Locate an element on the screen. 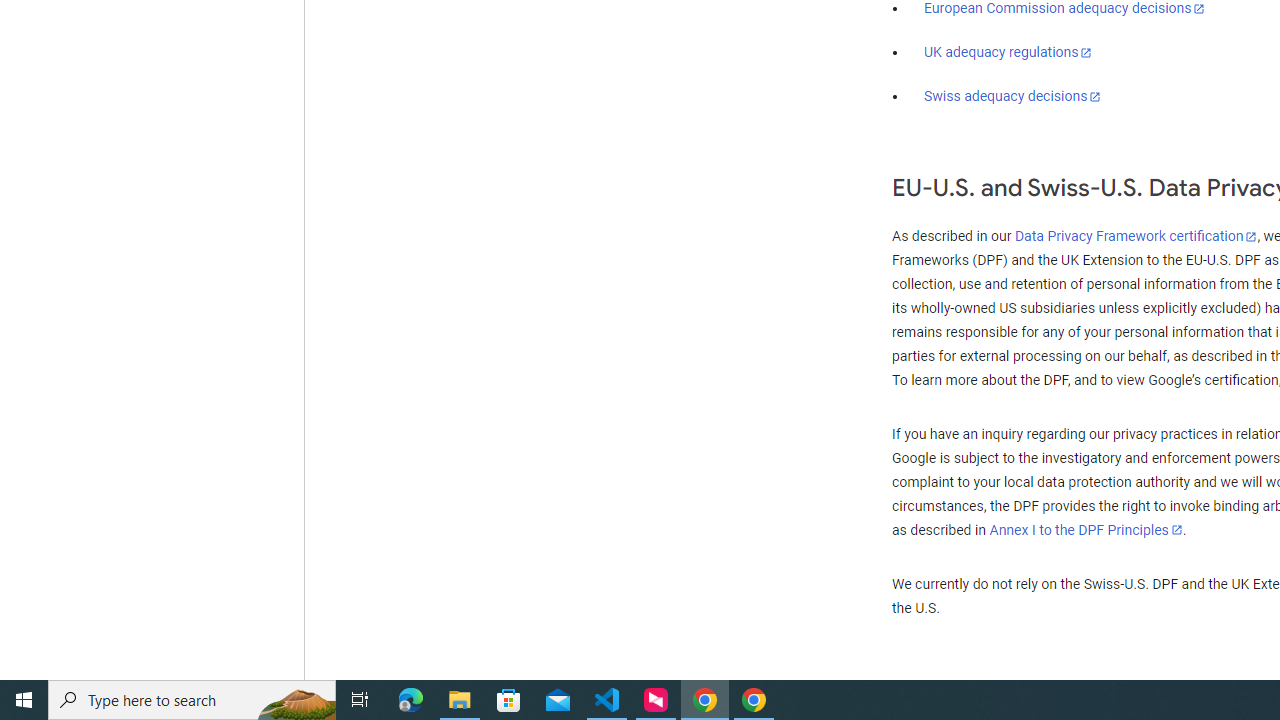 The image size is (1280, 720). 'UK adequacy regulations' is located at coordinates (1008, 51).